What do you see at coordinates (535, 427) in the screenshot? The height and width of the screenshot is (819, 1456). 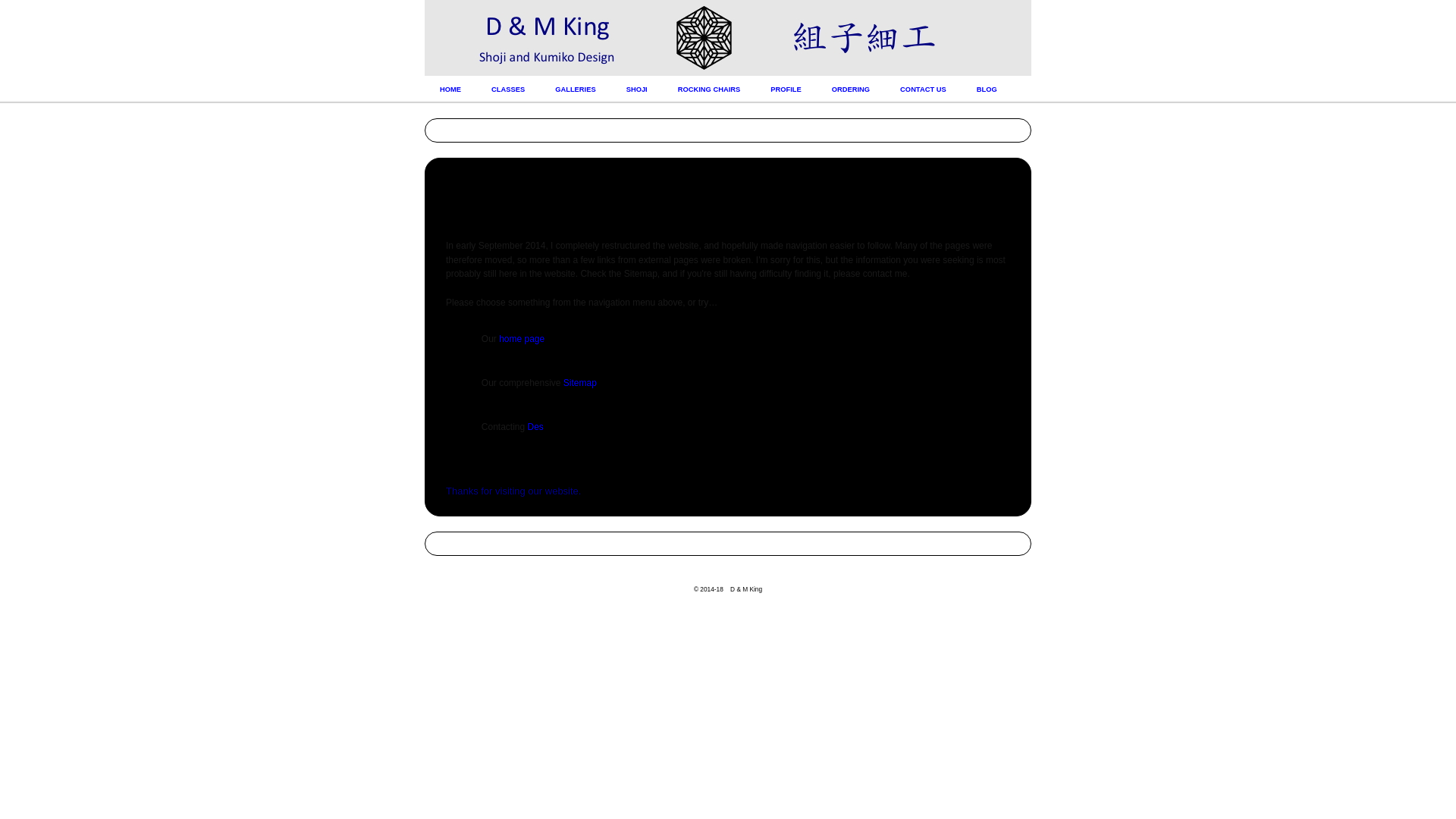 I see `'Des'` at bounding box center [535, 427].